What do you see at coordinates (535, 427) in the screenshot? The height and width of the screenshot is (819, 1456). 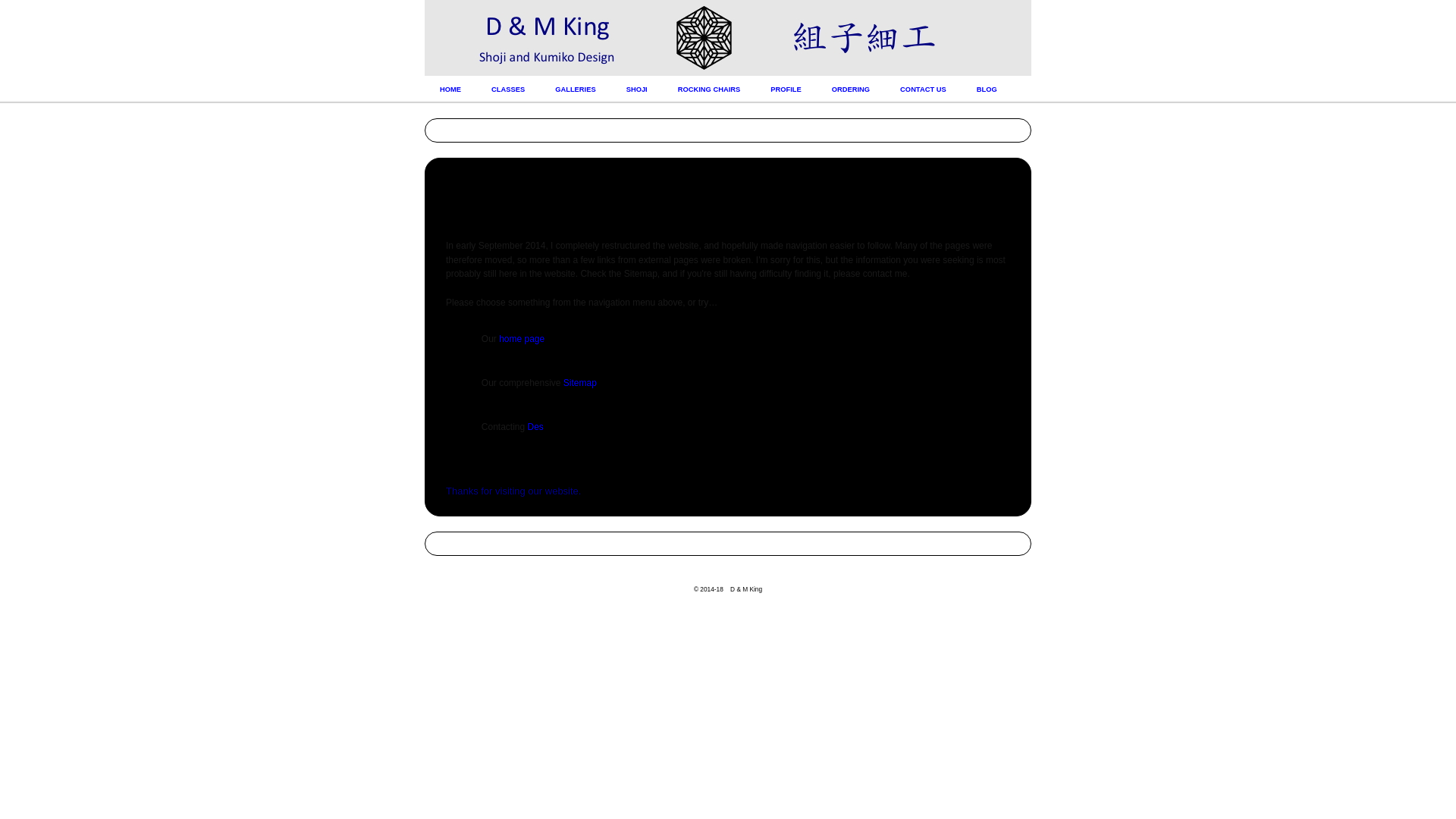 I see `'Des'` at bounding box center [535, 427].